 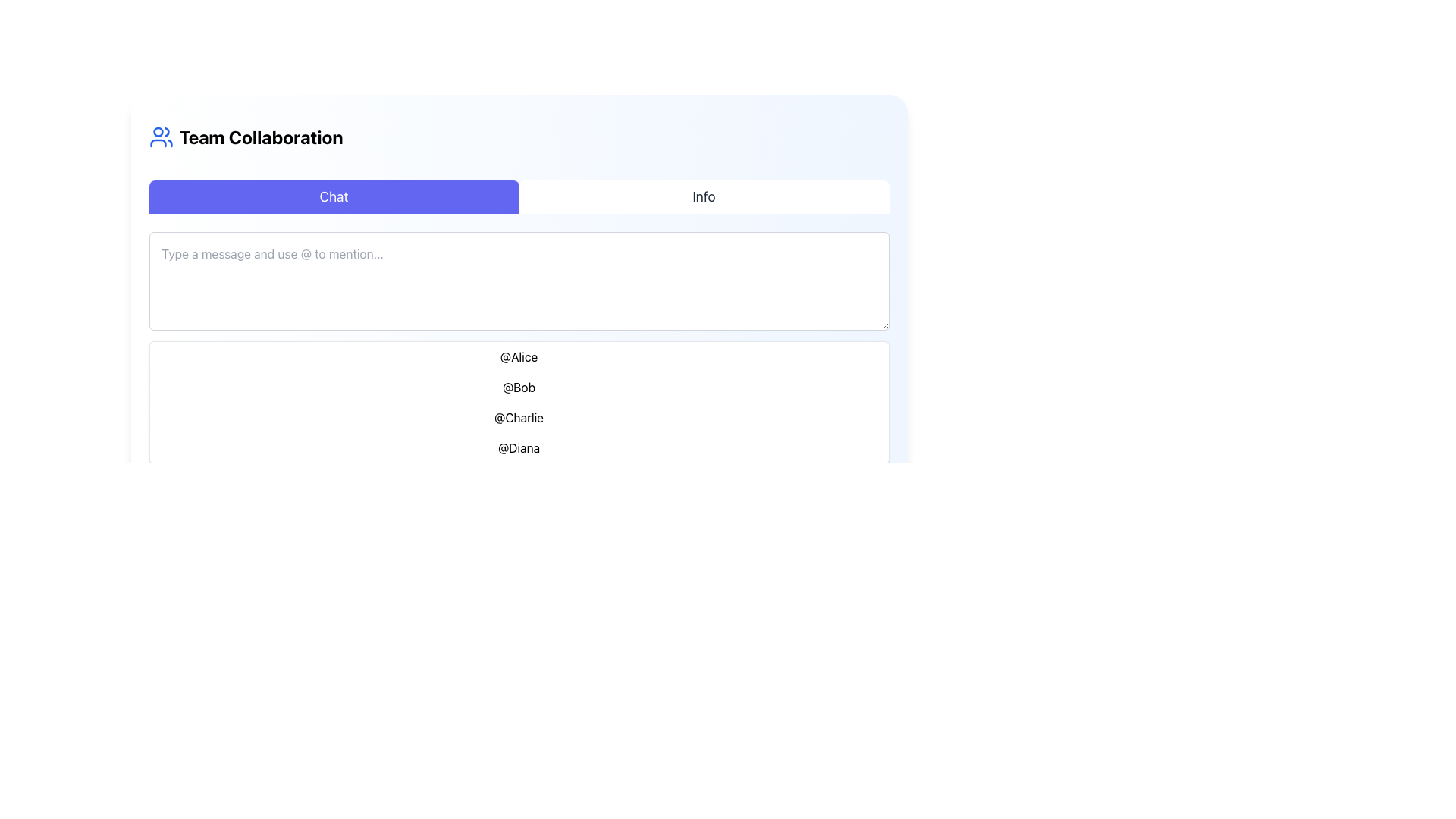 What do you see at coordinates (333, 196) in the screenshot?
I see `the 'Chat' tab button located at the top left of the header bar` at bounding box center [333, 196].